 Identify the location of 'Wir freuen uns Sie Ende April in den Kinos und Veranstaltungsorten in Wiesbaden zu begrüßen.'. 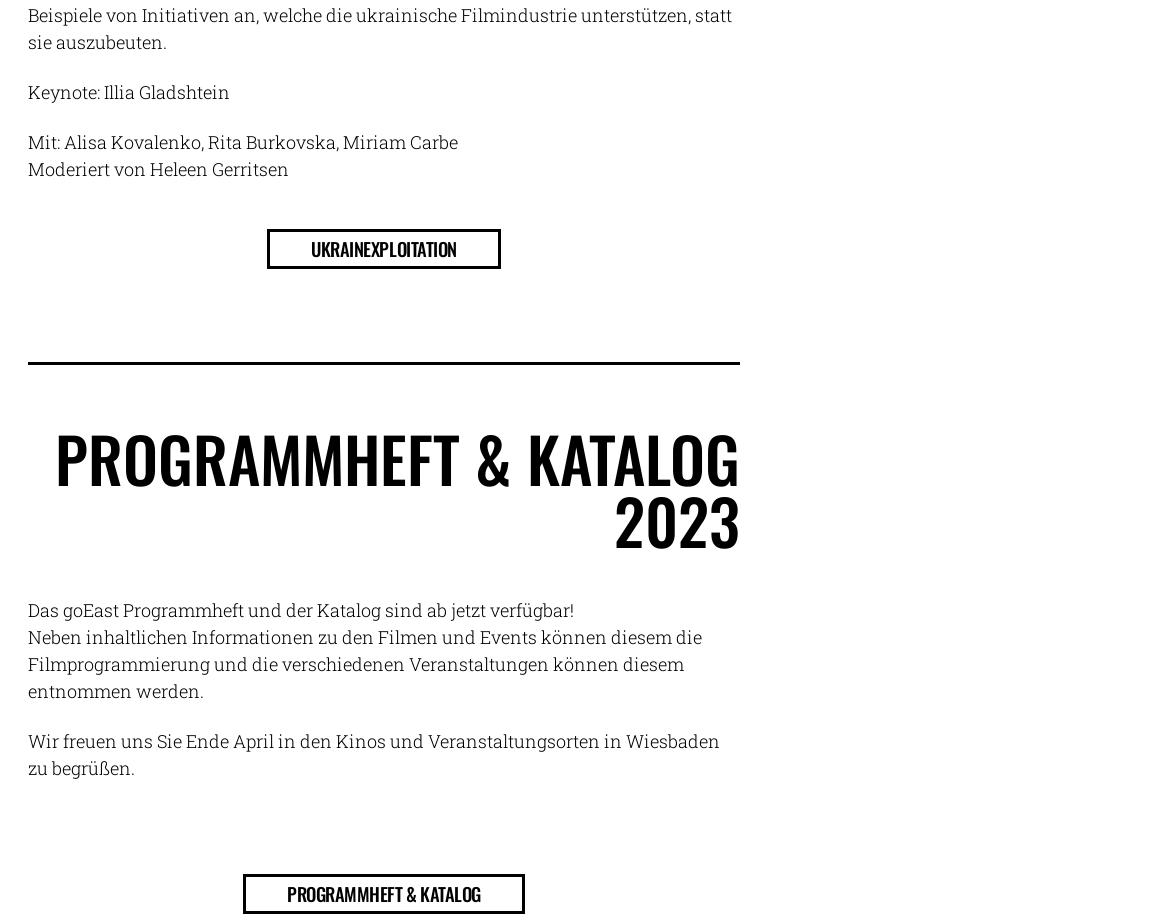
(373, 753).